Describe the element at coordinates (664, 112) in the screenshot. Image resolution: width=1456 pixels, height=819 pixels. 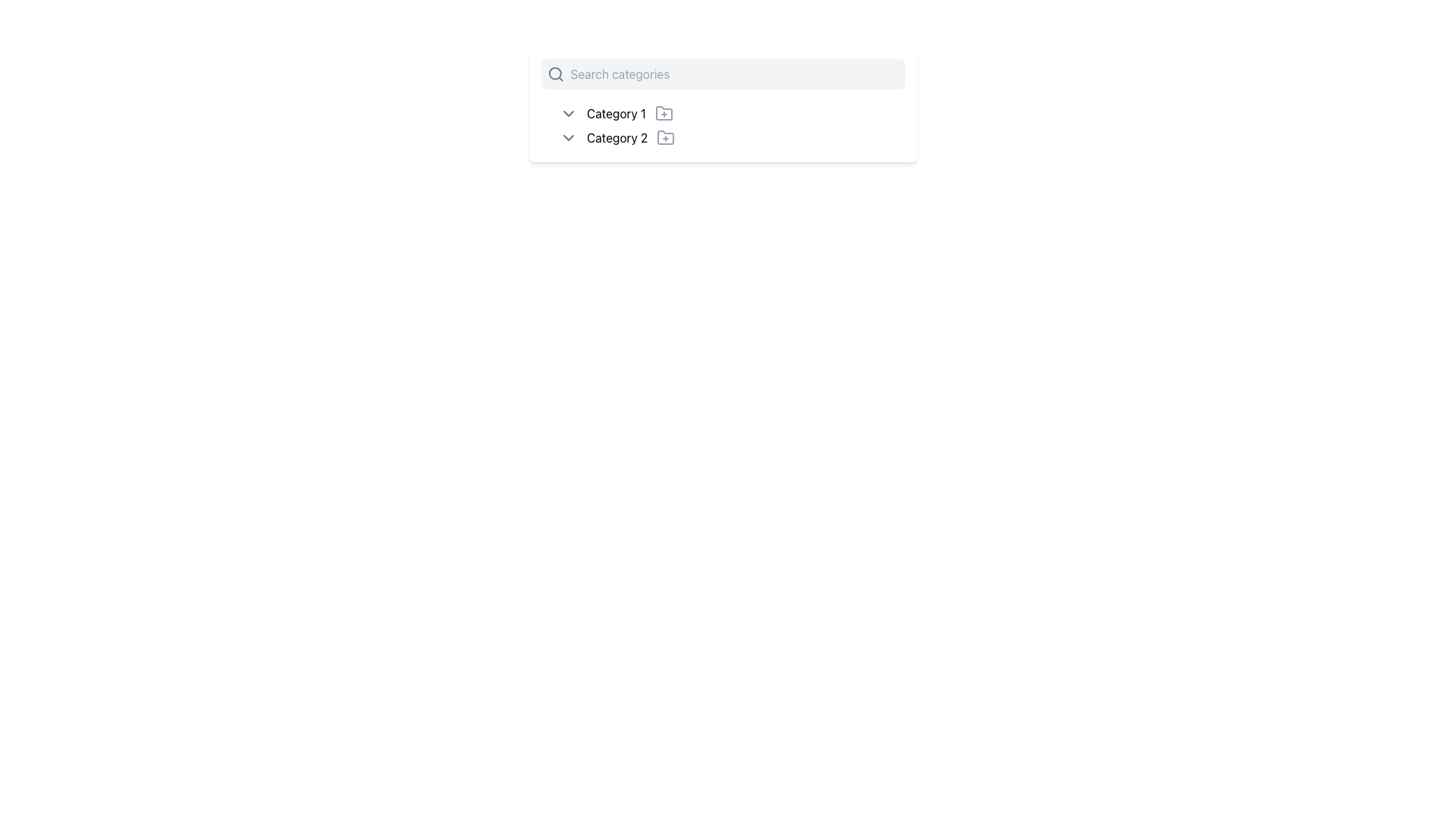
I see `the folder icon with rounded edges located next to the 'Category 1' label in the vertical list` at that location.